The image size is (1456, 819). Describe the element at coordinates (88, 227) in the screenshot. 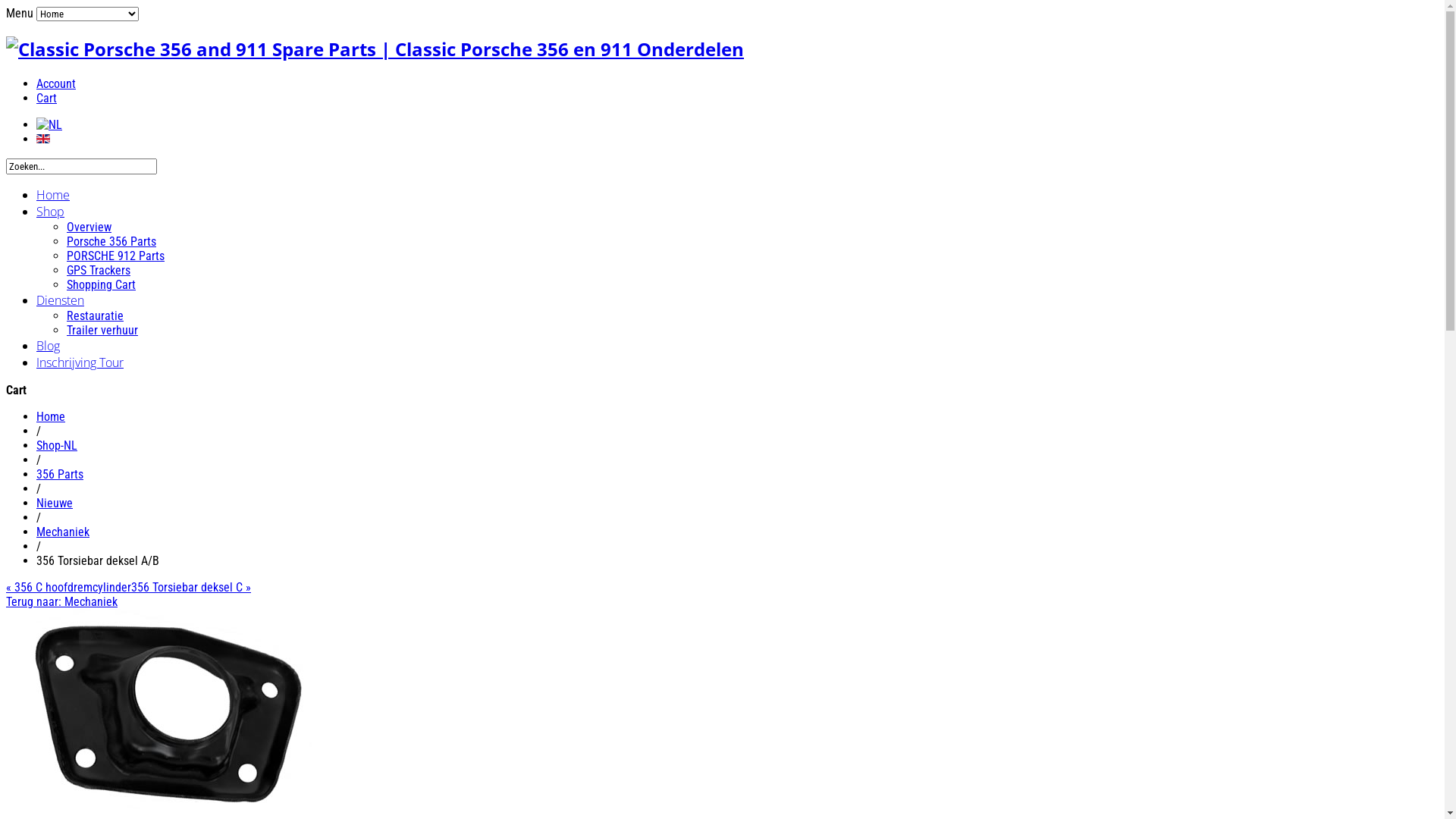

I see `'Overview'` at that location.